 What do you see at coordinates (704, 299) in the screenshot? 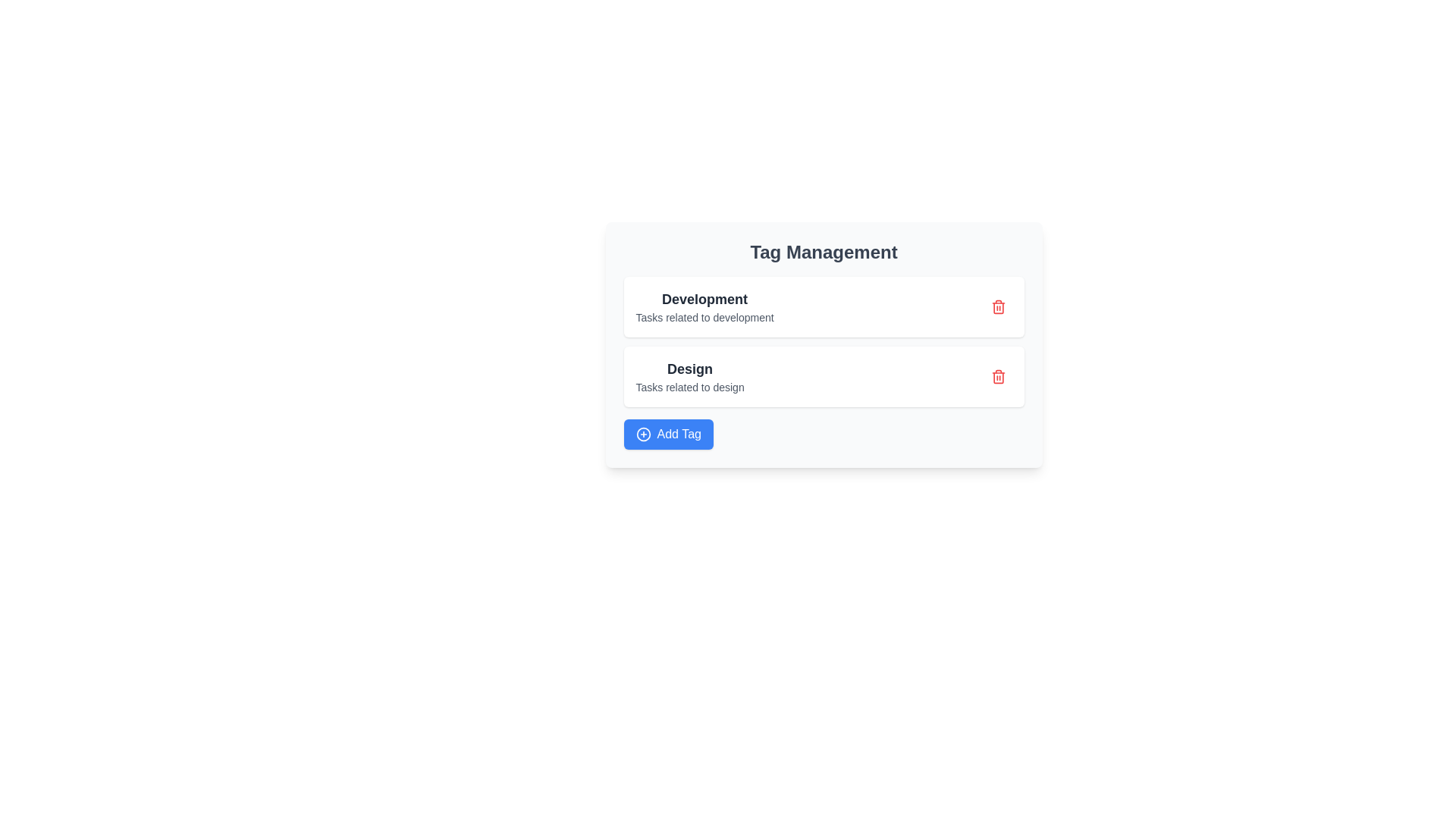
I see `the Text label element displaying the bold text 'Development' located in the top-right area of the interface` at bounding box center [704, 299].